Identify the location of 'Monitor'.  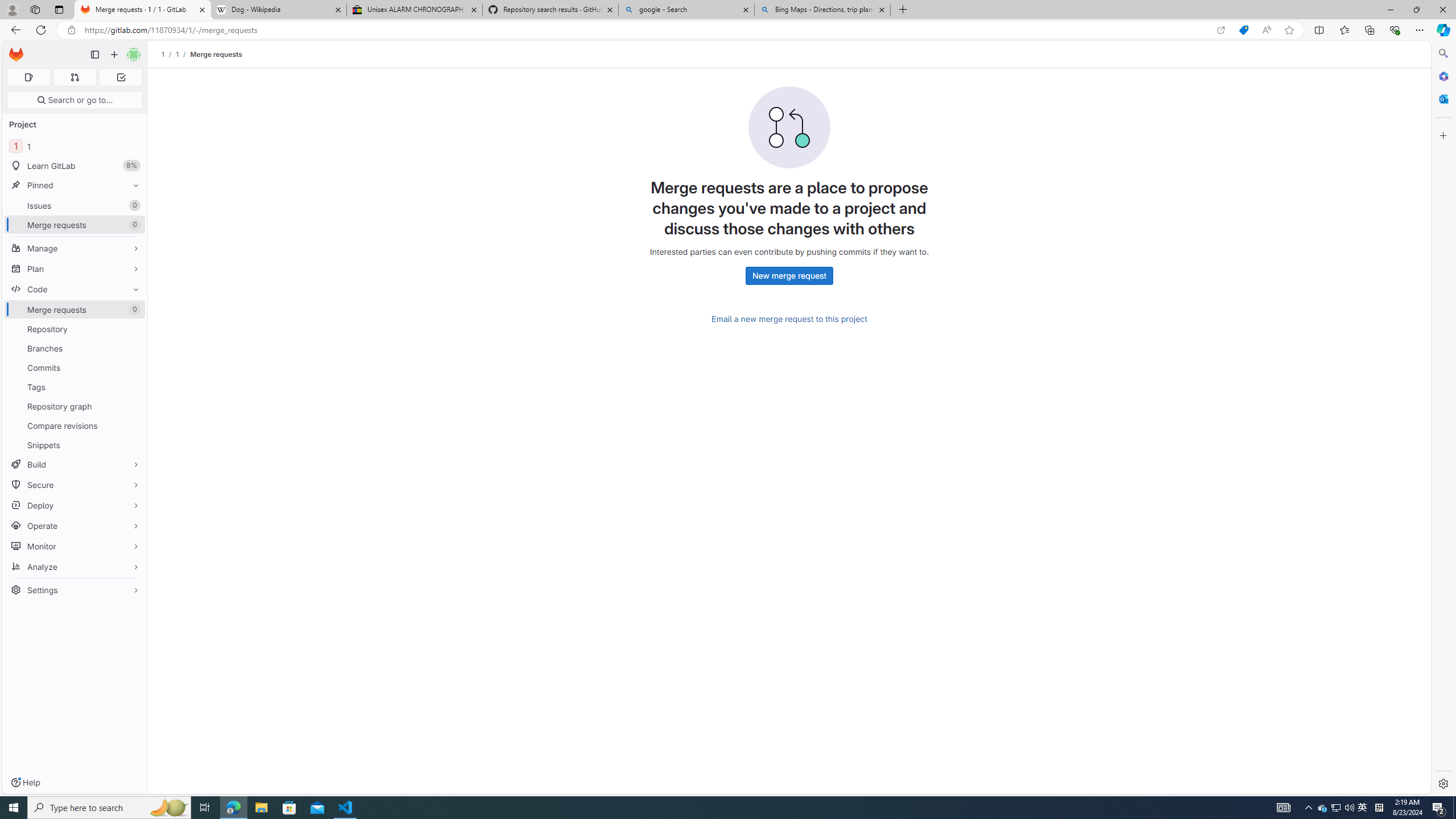
(74, 546).